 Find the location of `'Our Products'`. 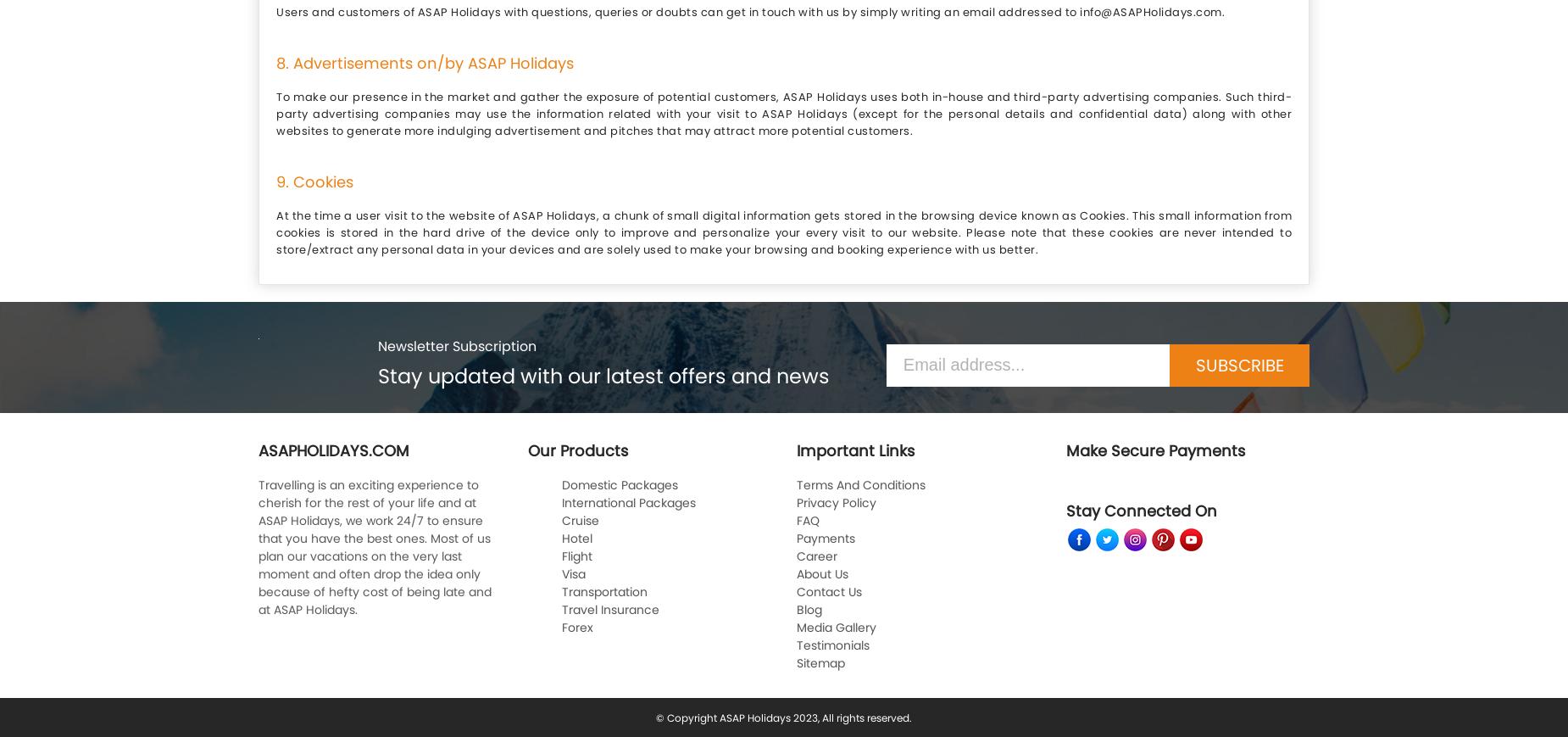

'Our Products' is located at coordinates (576, 449).